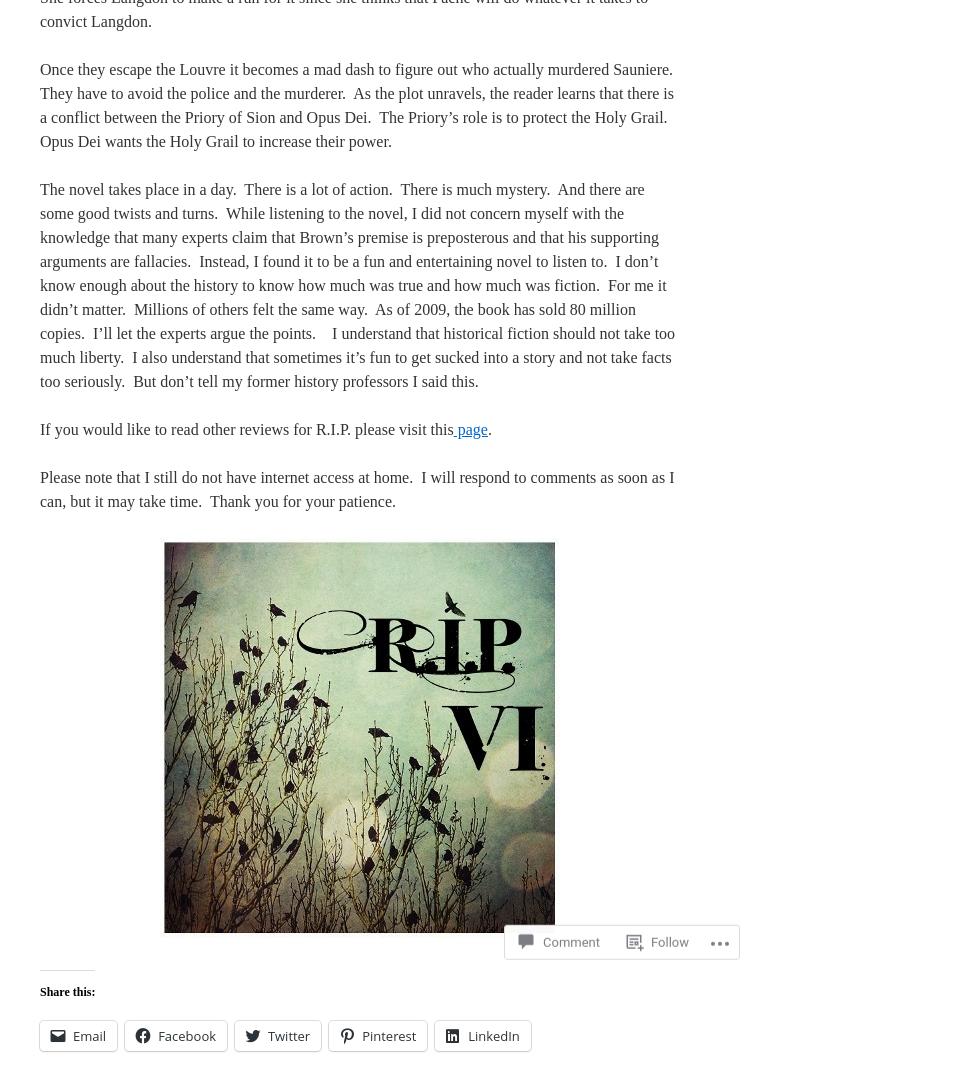  Describe the element at coordinates (67, 992) in the screenshot. I see `'Share this:'` at that location.